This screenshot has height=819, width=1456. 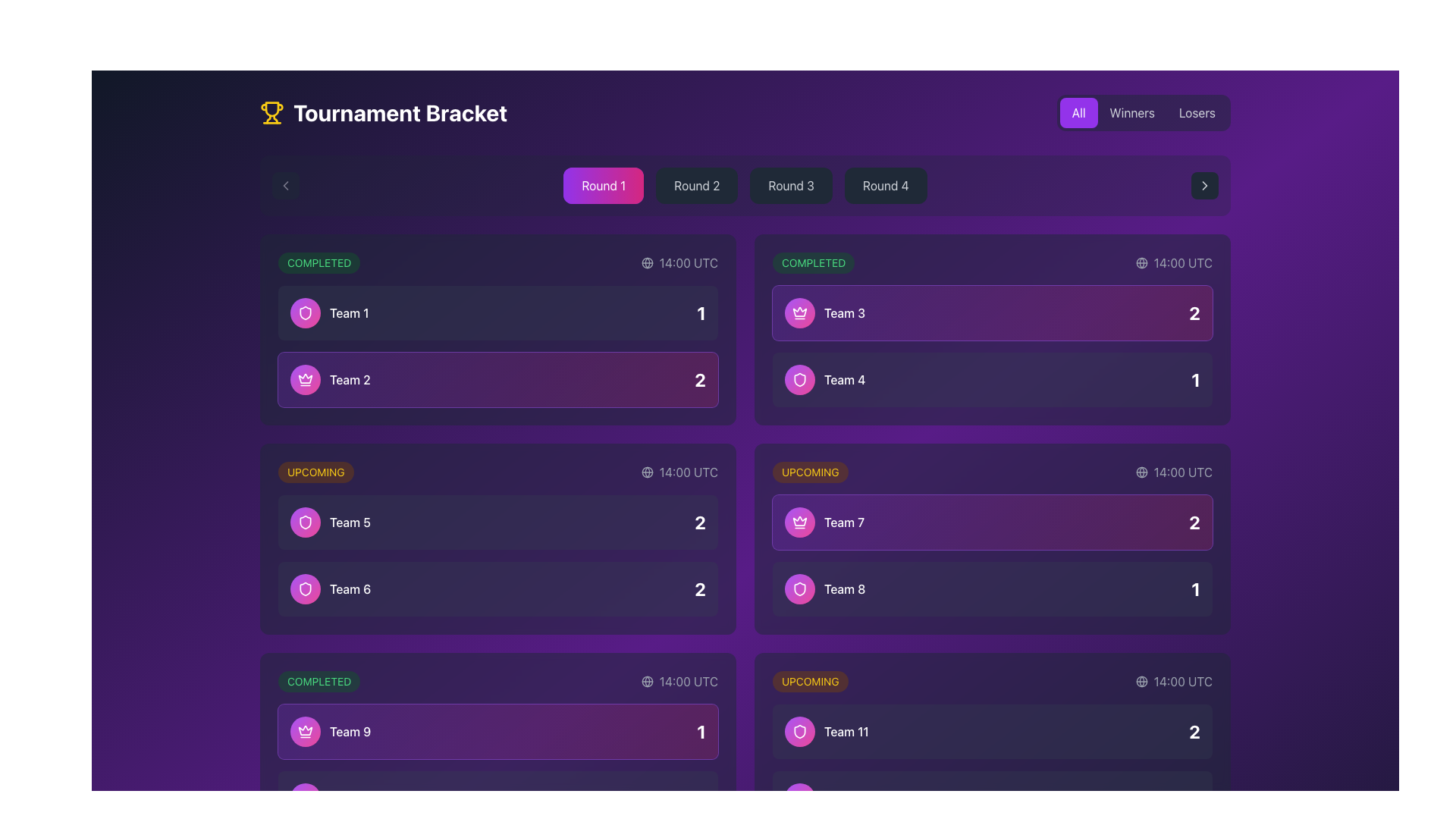 I want to click on the crown icon indicating a status or role of a rewarded nature, located next to the team identification text, so click(x=799, y=520).